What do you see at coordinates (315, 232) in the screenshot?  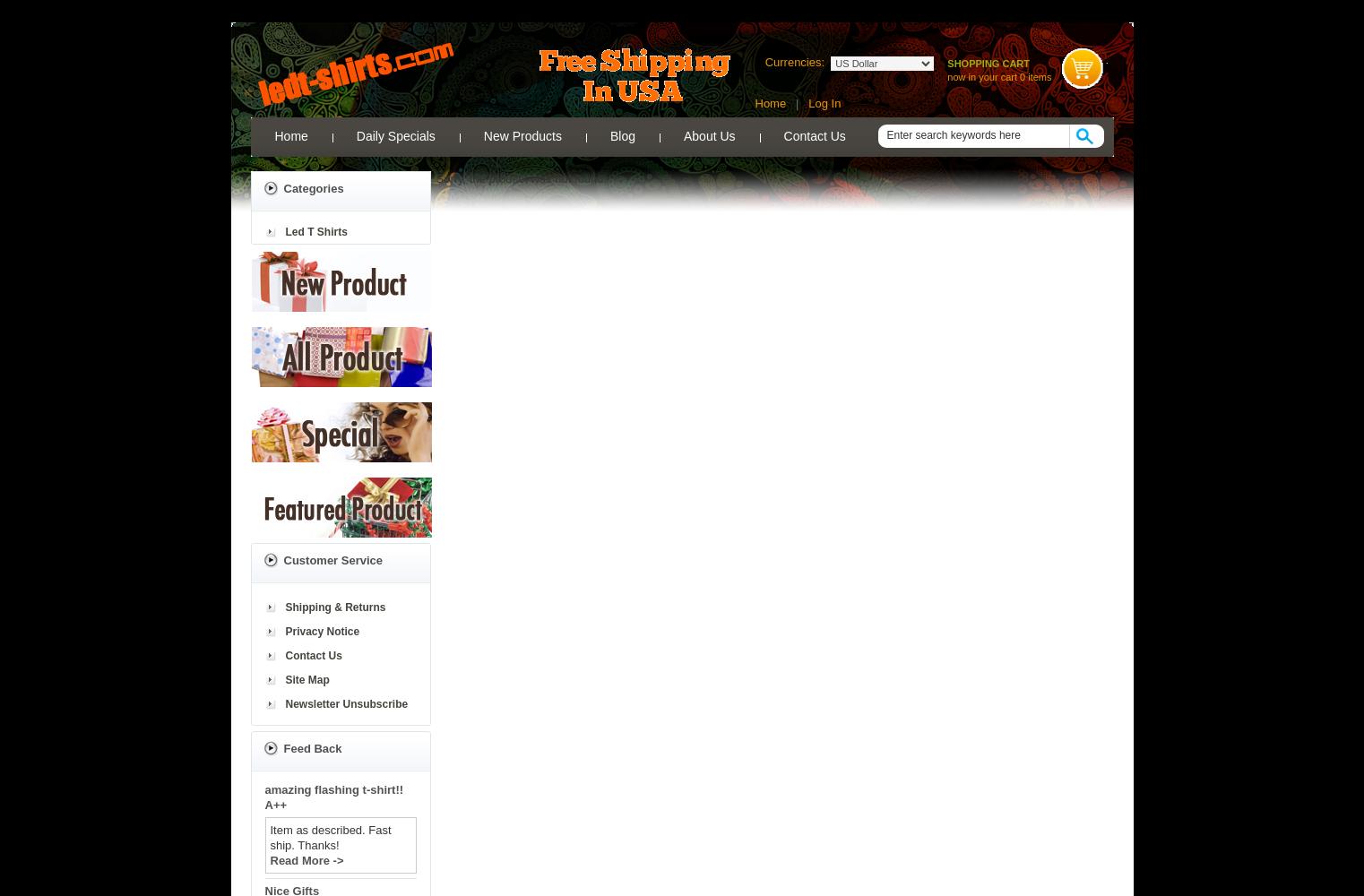 I see `'Led T Shirts'` at bounding box center [315, 232].